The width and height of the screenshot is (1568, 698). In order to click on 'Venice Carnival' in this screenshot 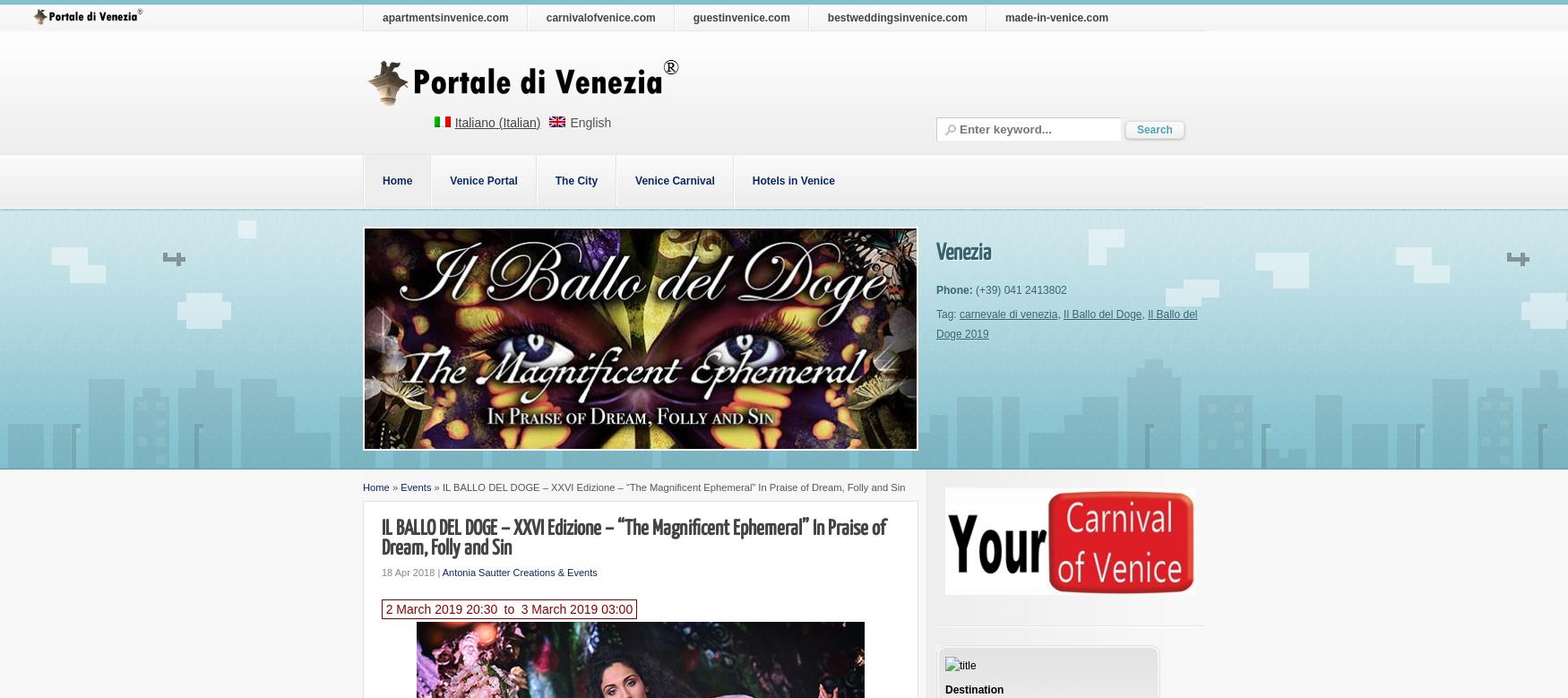, I will do `click(674, 180)`.